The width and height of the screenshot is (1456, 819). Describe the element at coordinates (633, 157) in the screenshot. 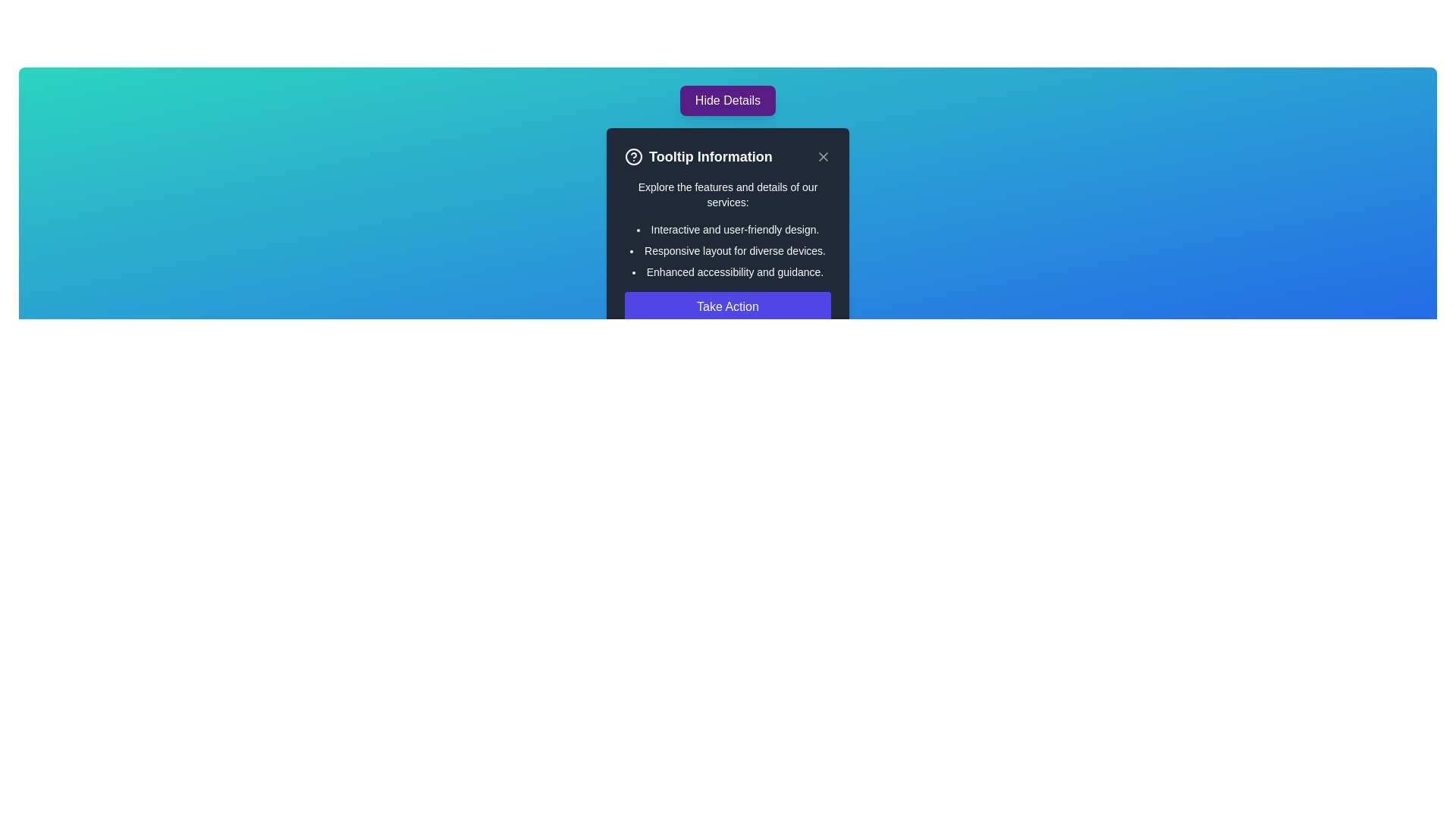

I see `the help icon located to the left of the 'Tooltip Information' text` at that location.